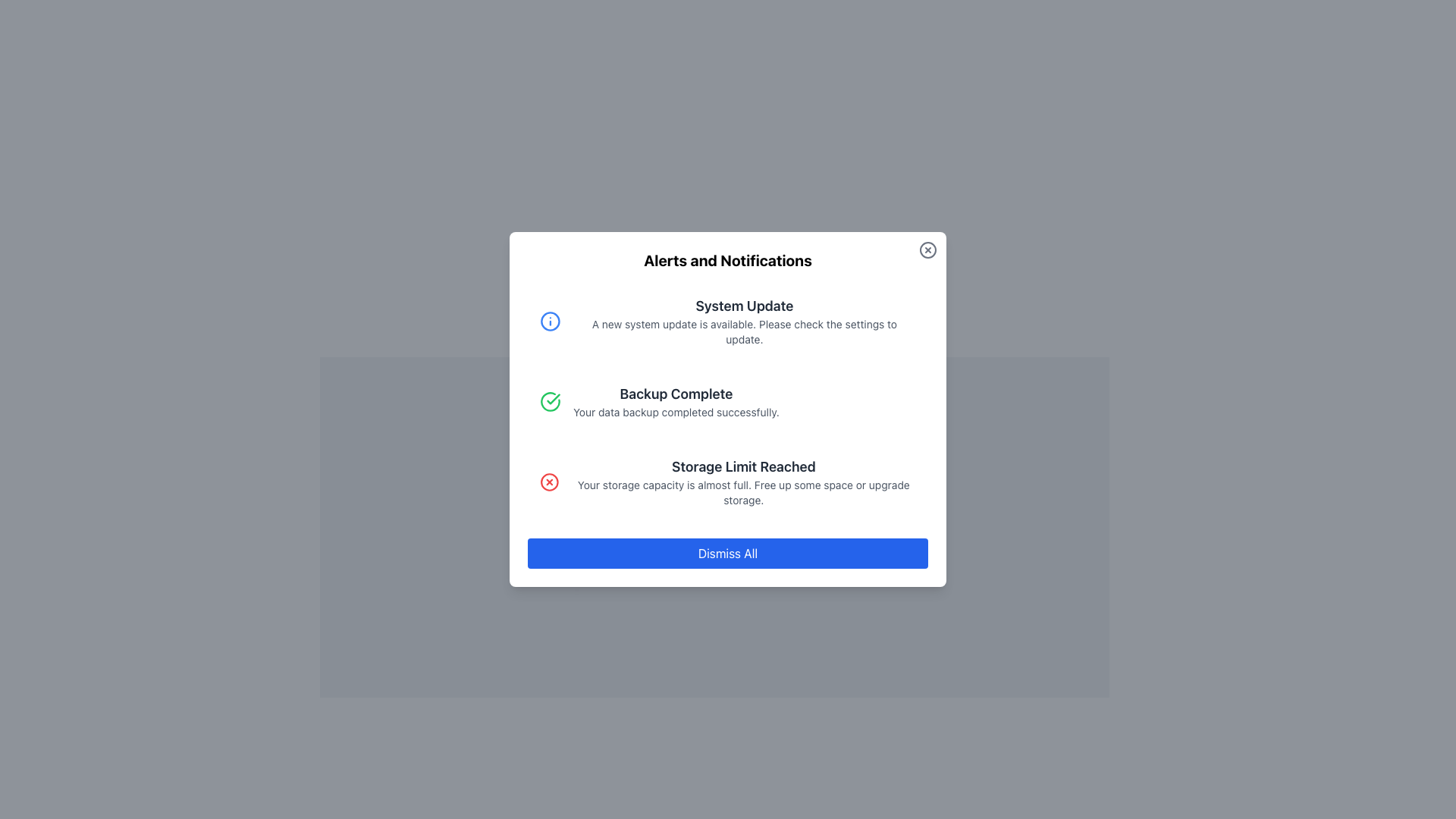 This screenshot has height=819, width=1456. What do you see at coordinates (728, 553) in the screenshot?
I see `the dismiss notifications button located at the bottom of the modal, which triggers a hover effect to indicate interactivity` at bounding box center [728, 553].